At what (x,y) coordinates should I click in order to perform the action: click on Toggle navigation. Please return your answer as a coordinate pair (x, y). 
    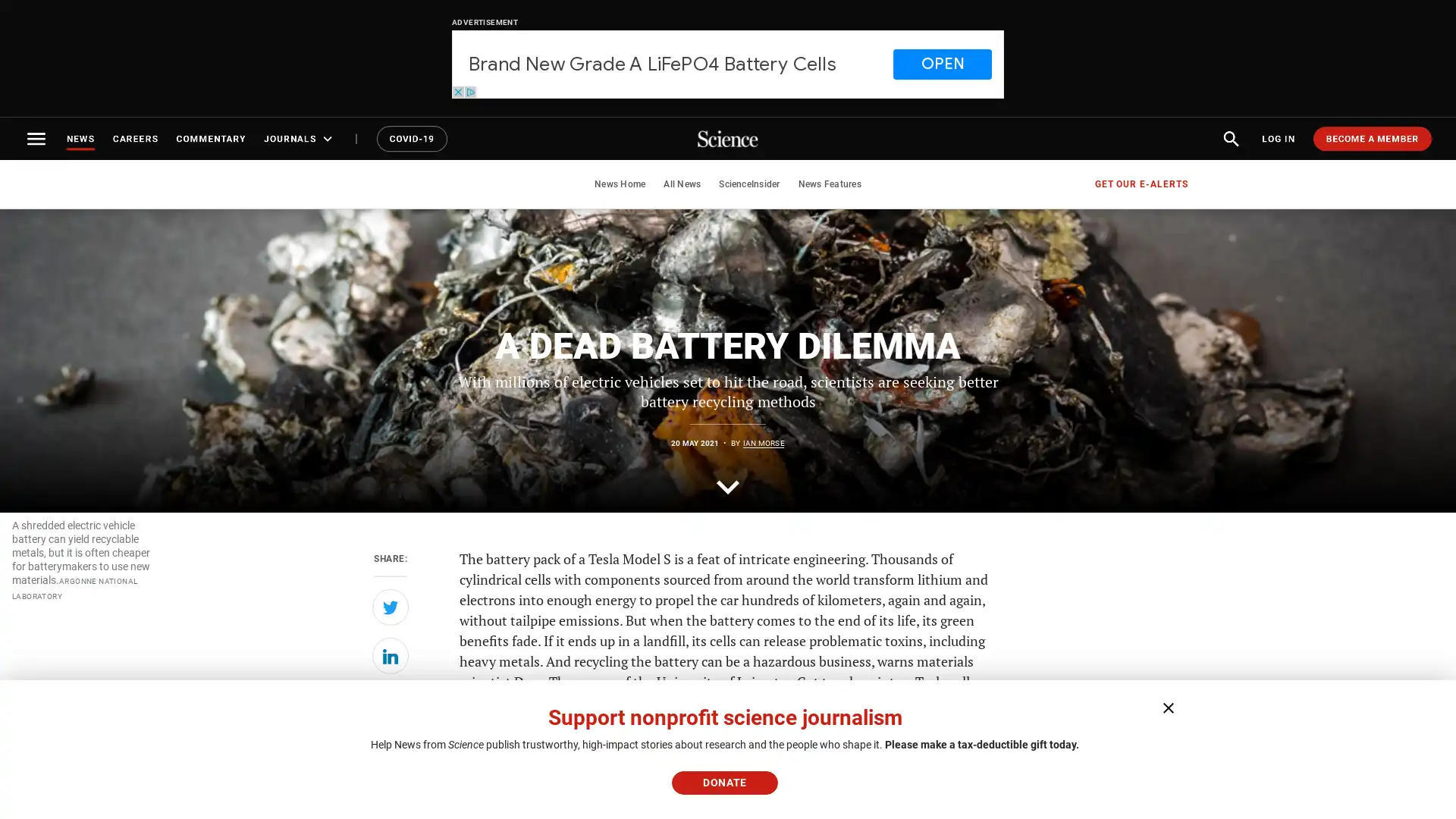
    Looking at the image, I should click on (36, 138).